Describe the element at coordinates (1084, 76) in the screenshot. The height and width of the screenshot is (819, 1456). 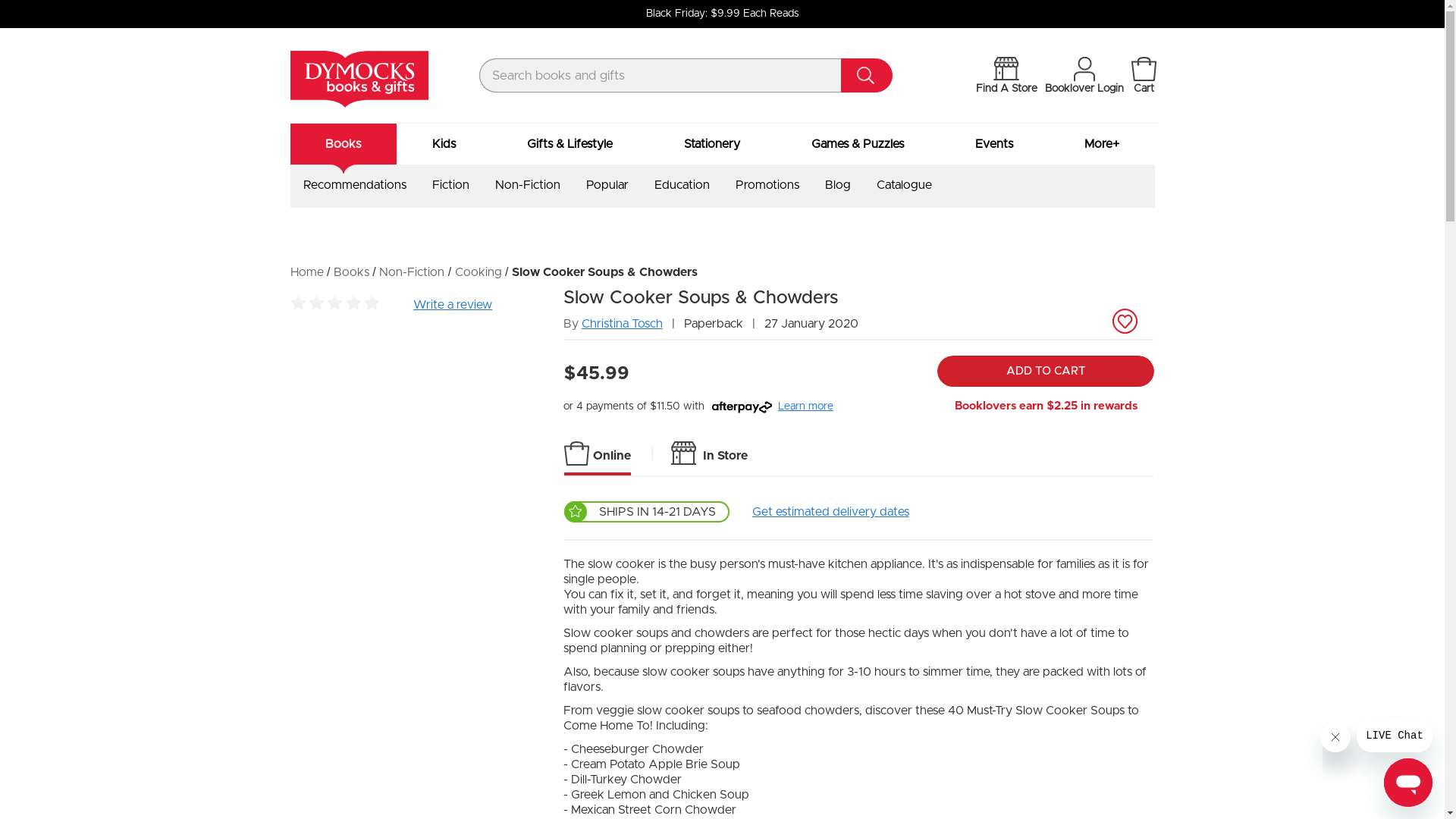
I see `'Booklover Login'` at that location.